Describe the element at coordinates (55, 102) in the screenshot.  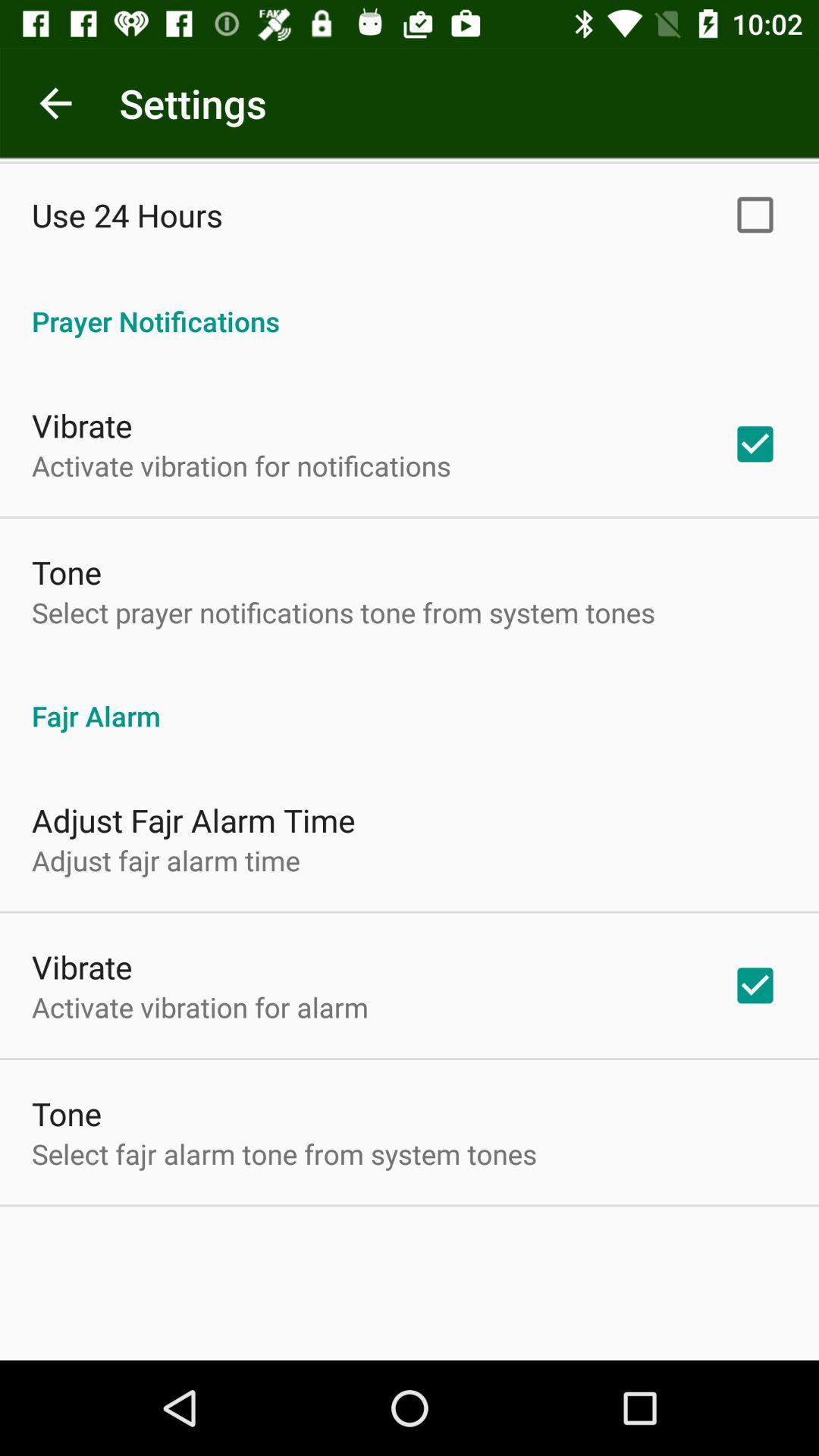
I see `go back` at that location.